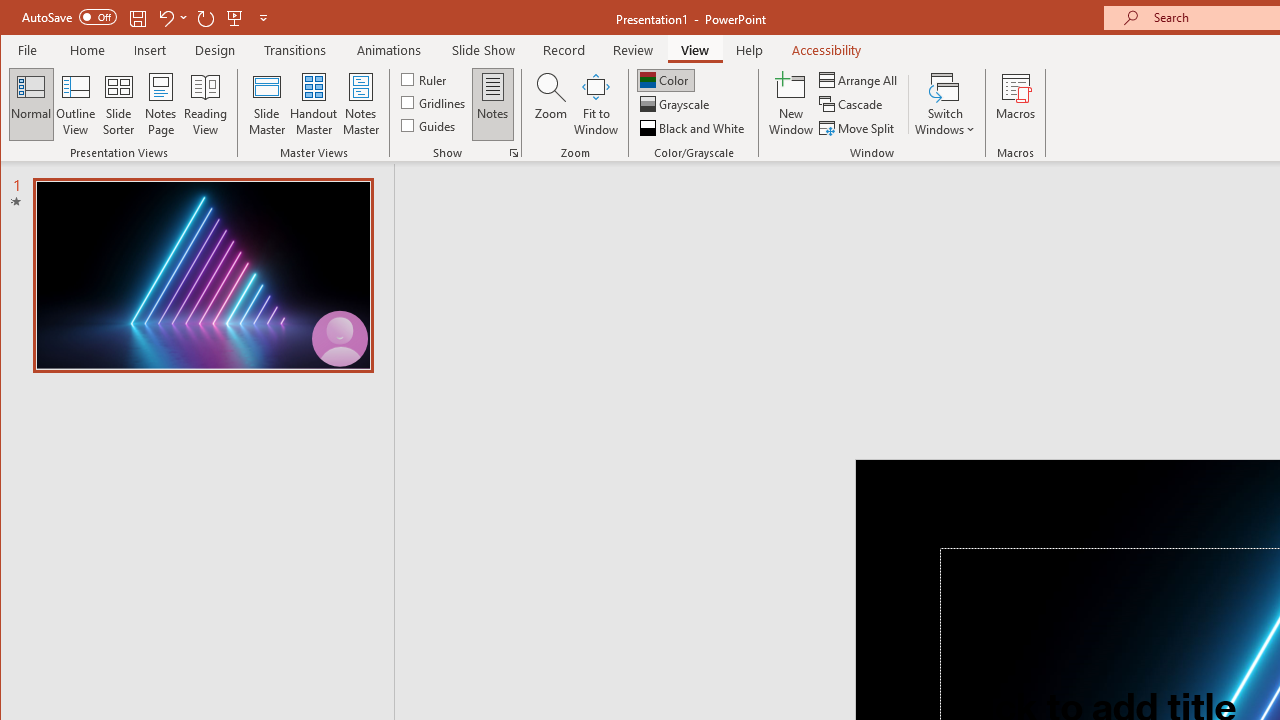  Describe the element at coordinates (944, 104) in the screenshot. I see `'Switch Windows'` at that location.